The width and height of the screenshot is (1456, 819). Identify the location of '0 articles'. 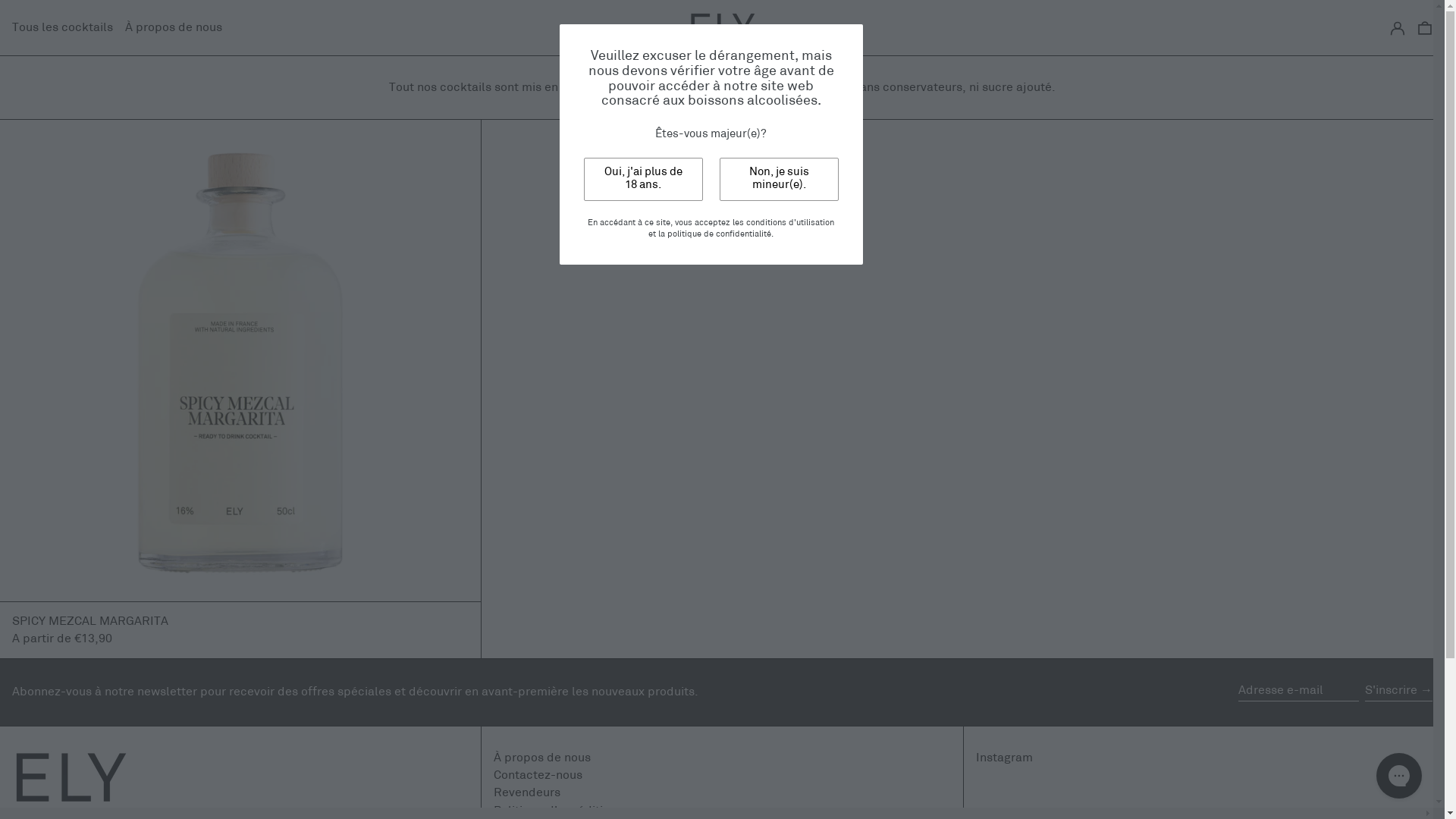
(1423, 27).